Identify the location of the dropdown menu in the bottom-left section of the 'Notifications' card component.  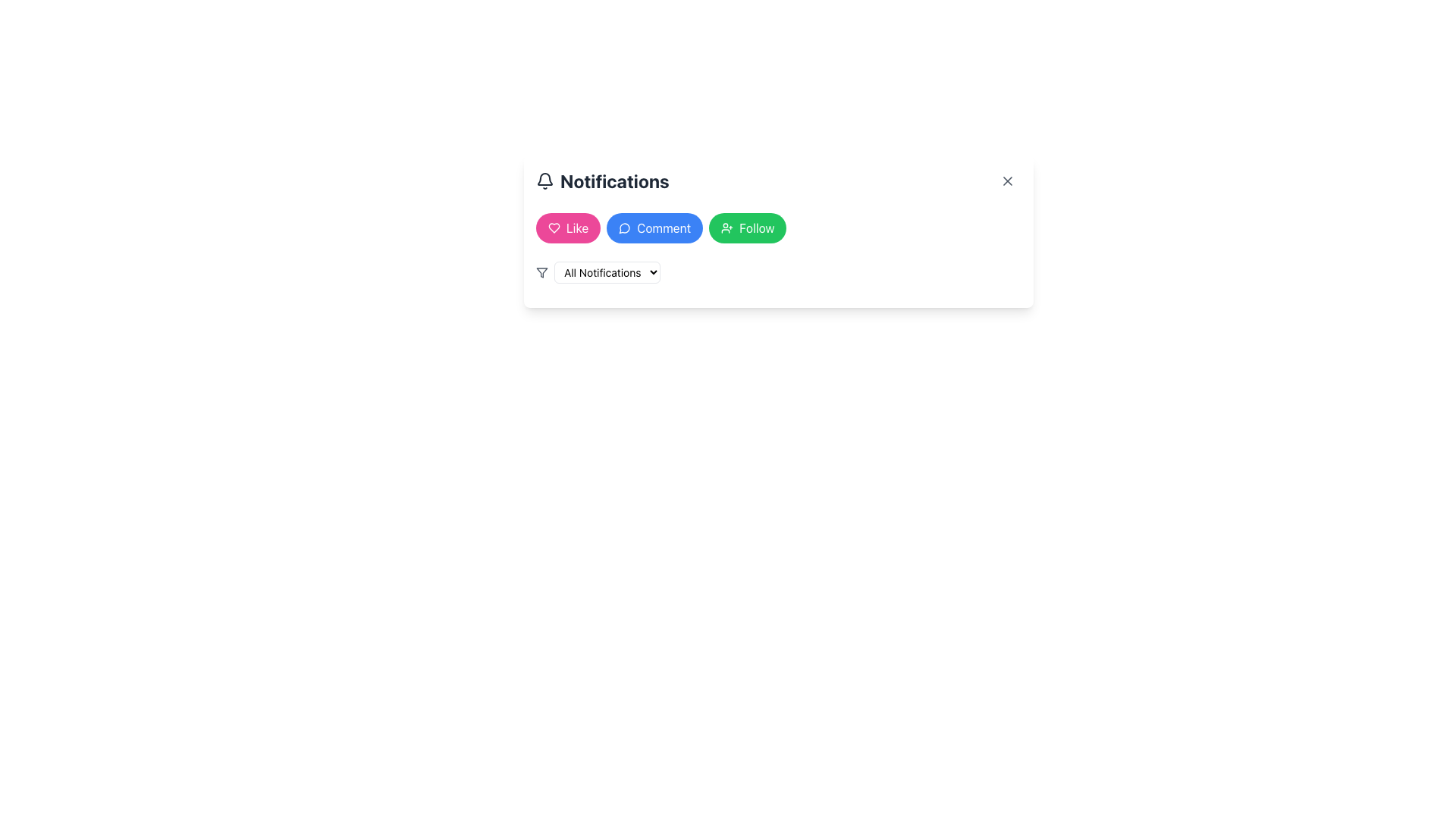
(607, 271).